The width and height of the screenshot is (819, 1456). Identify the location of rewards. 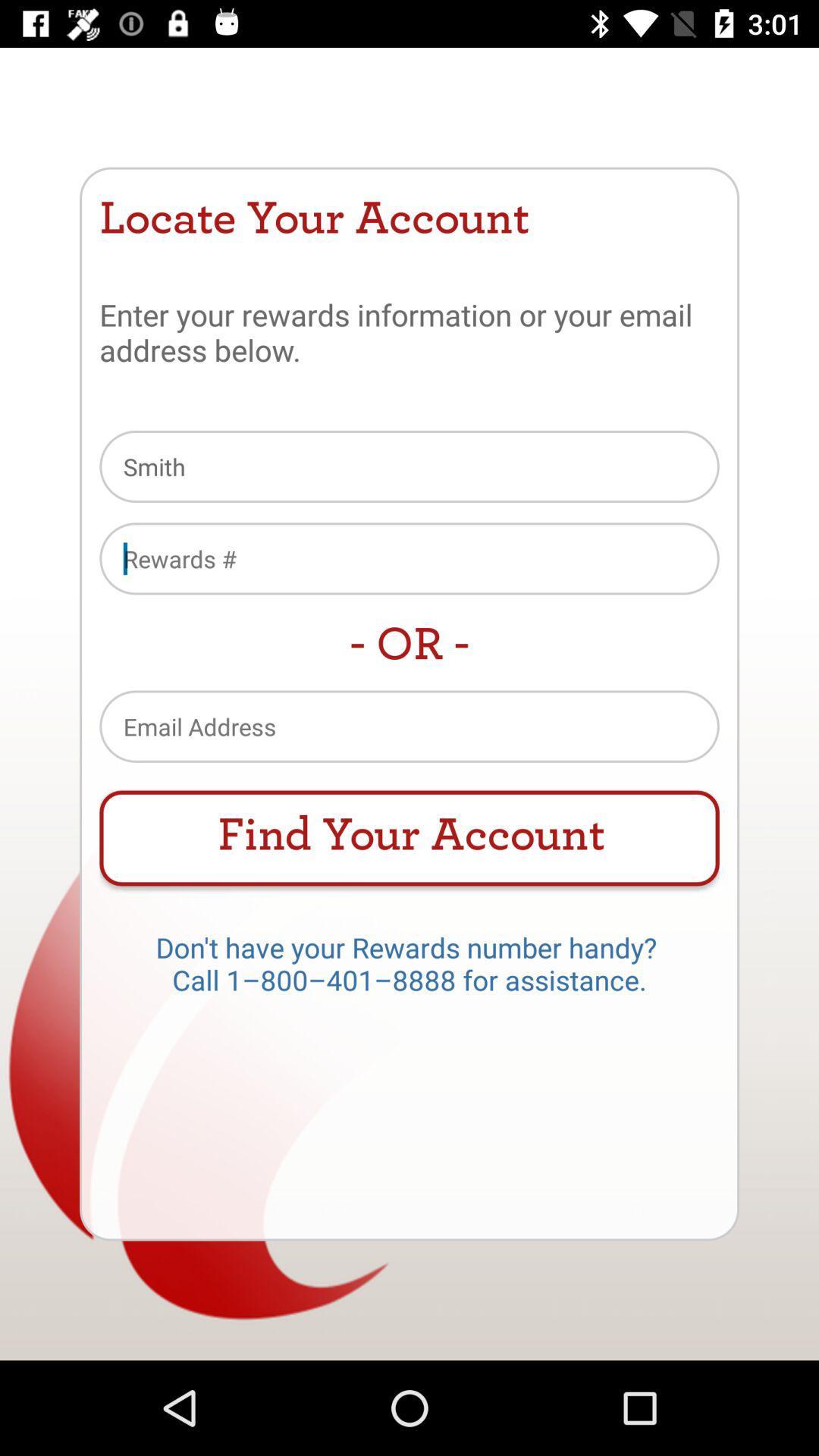
(409, 557).